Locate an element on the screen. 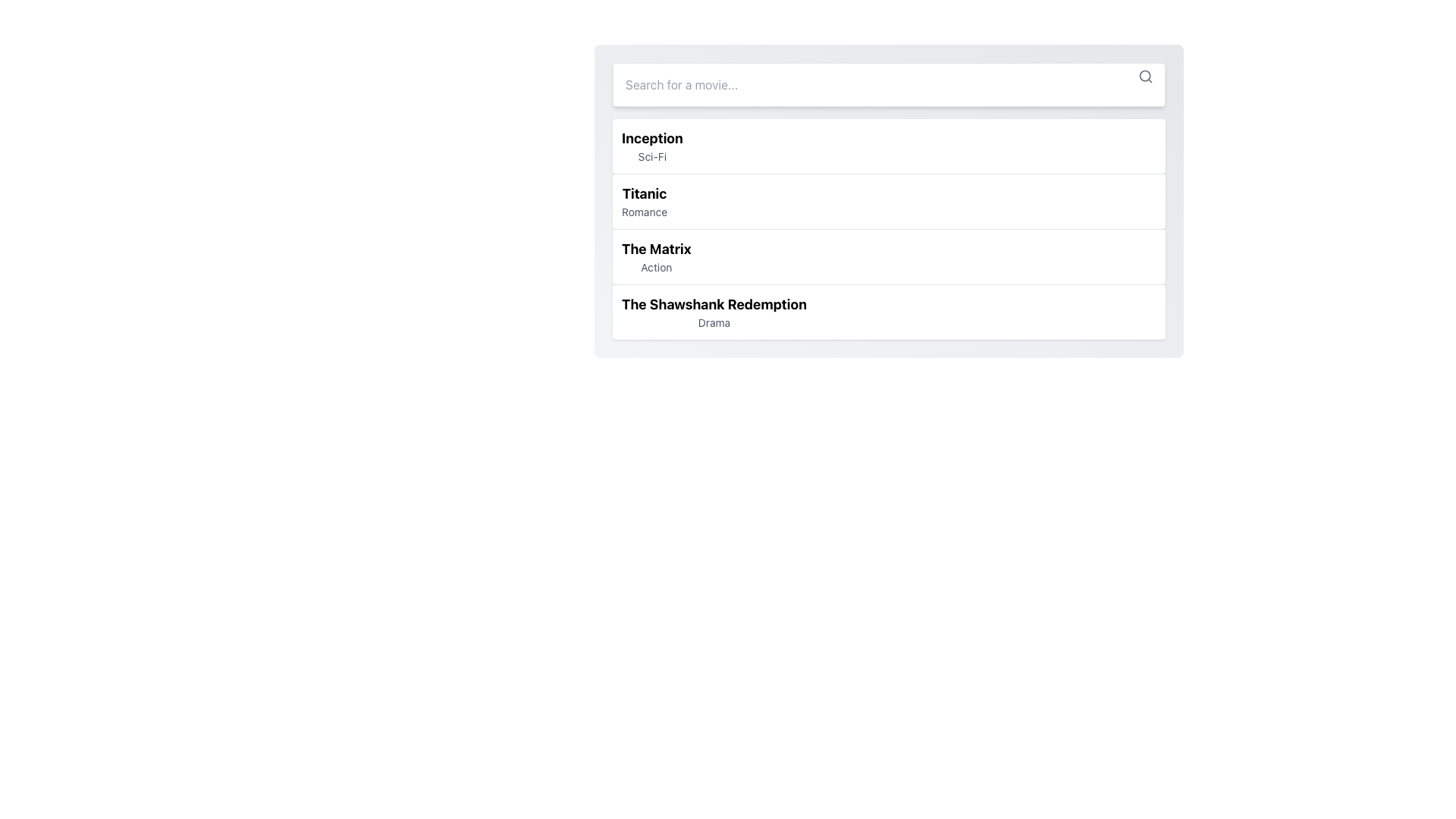  the search bar input field located at the top of the panel to focus on it is located at coordinates (889, 84).